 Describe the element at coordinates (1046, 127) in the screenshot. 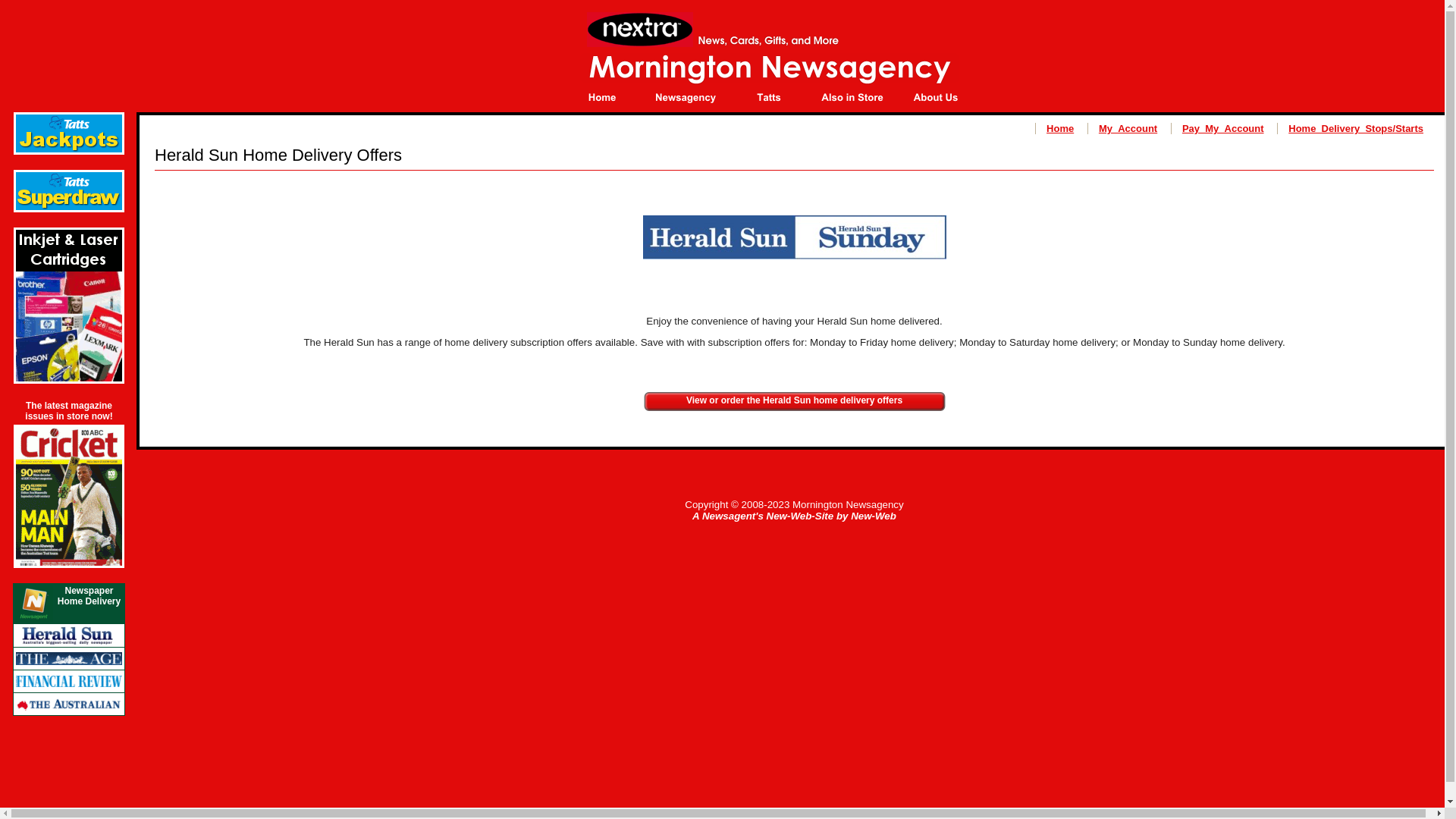

I see `'Home'` at that location.